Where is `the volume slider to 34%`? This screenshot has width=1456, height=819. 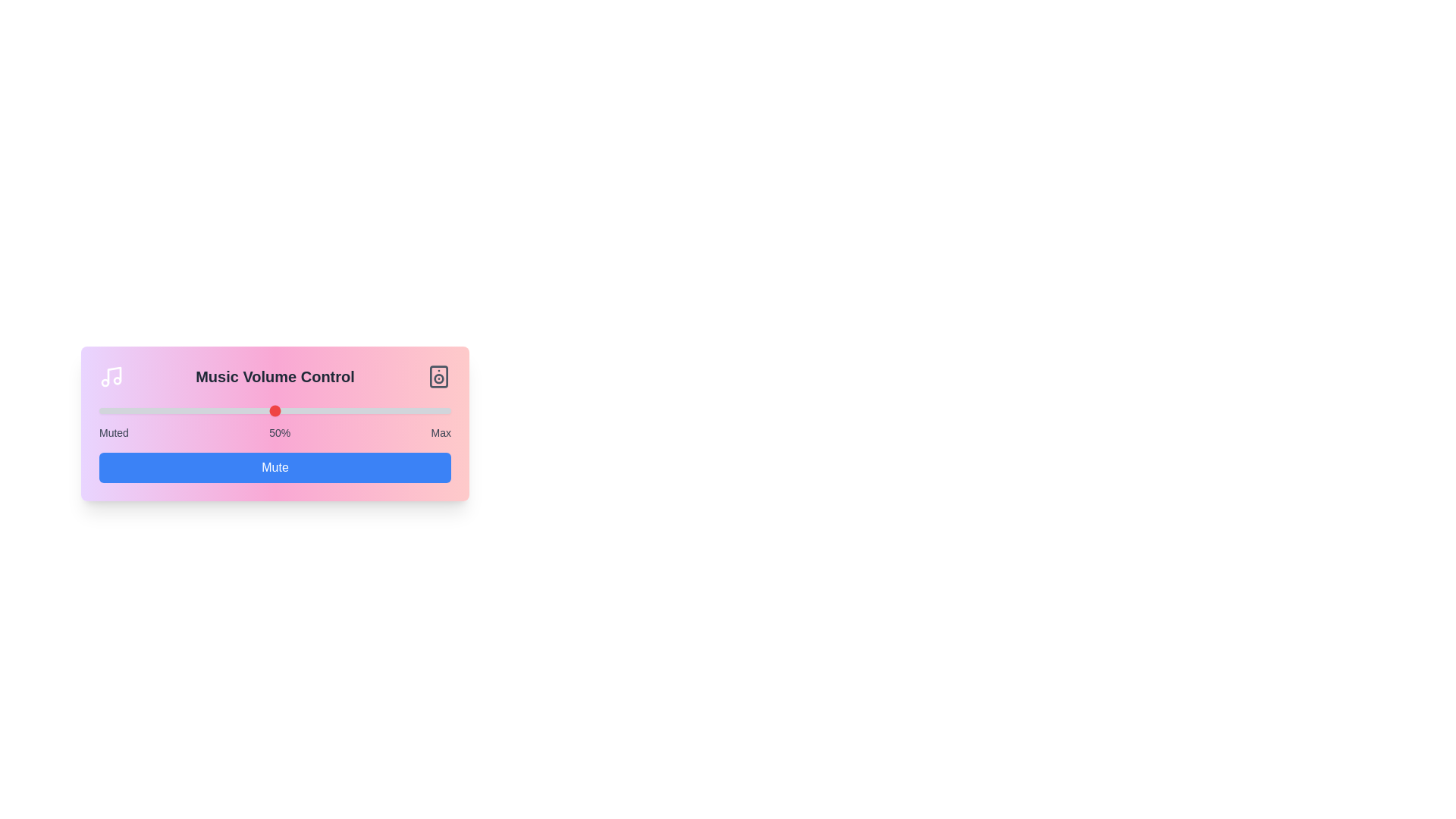 the volume slider to 34% is located at coordinates (218, 411).